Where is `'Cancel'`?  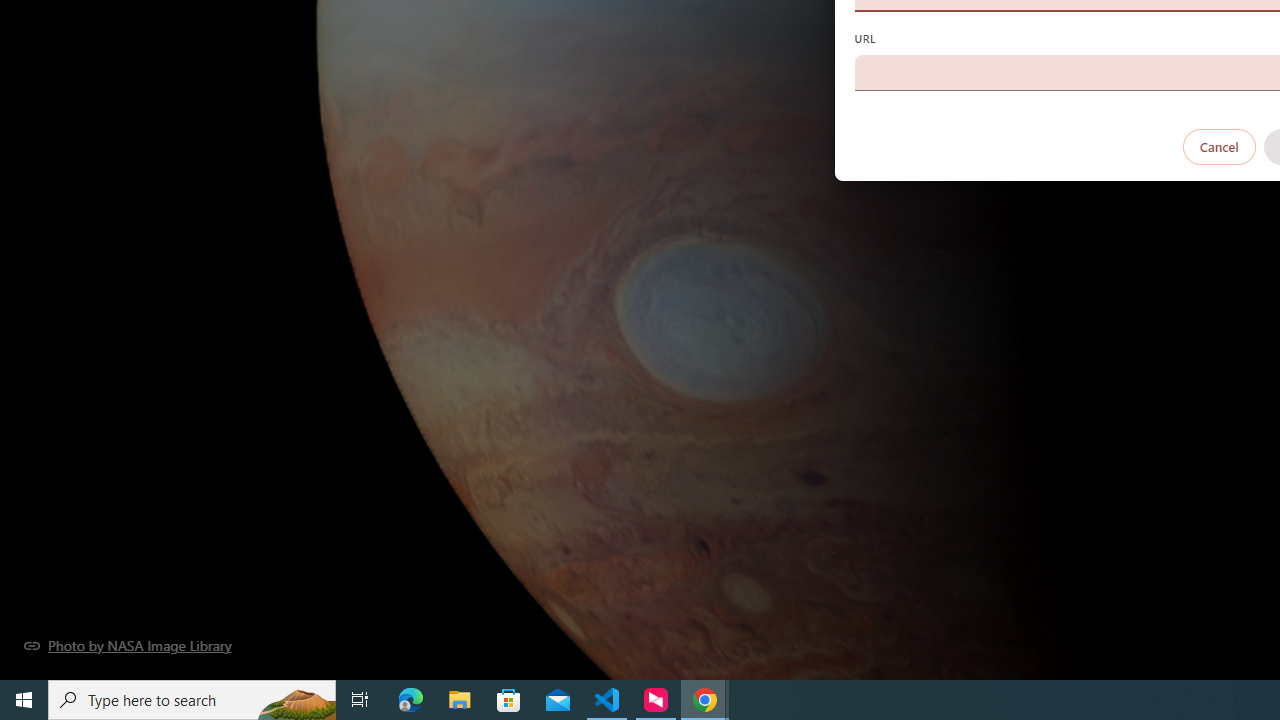
'Cancel' is located at coordinates (1217, 145).